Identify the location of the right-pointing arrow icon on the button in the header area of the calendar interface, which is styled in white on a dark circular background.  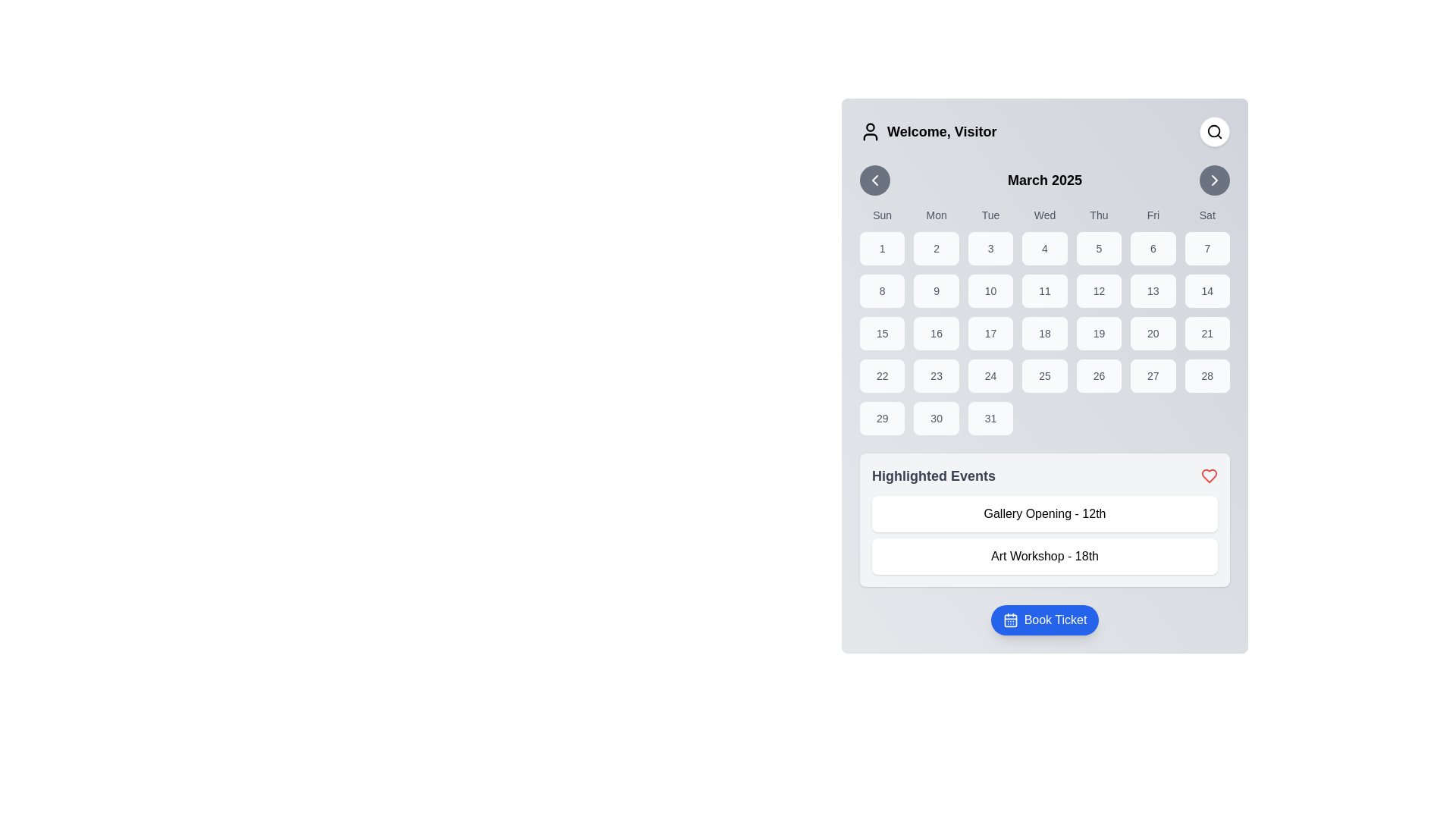
(1215, 180).